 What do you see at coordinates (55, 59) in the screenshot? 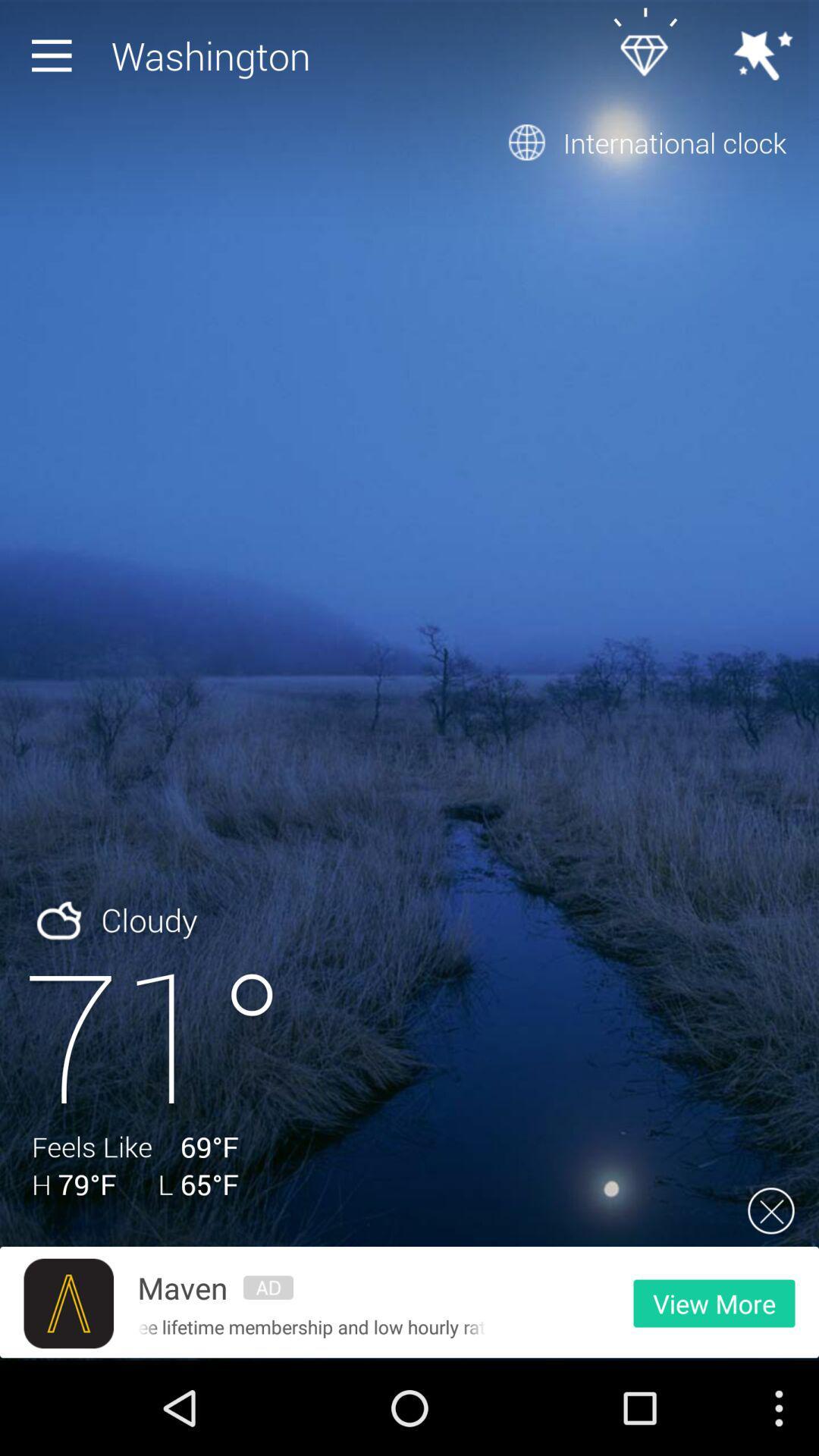
I see `the menu icon` at bounding box center [55, 59].